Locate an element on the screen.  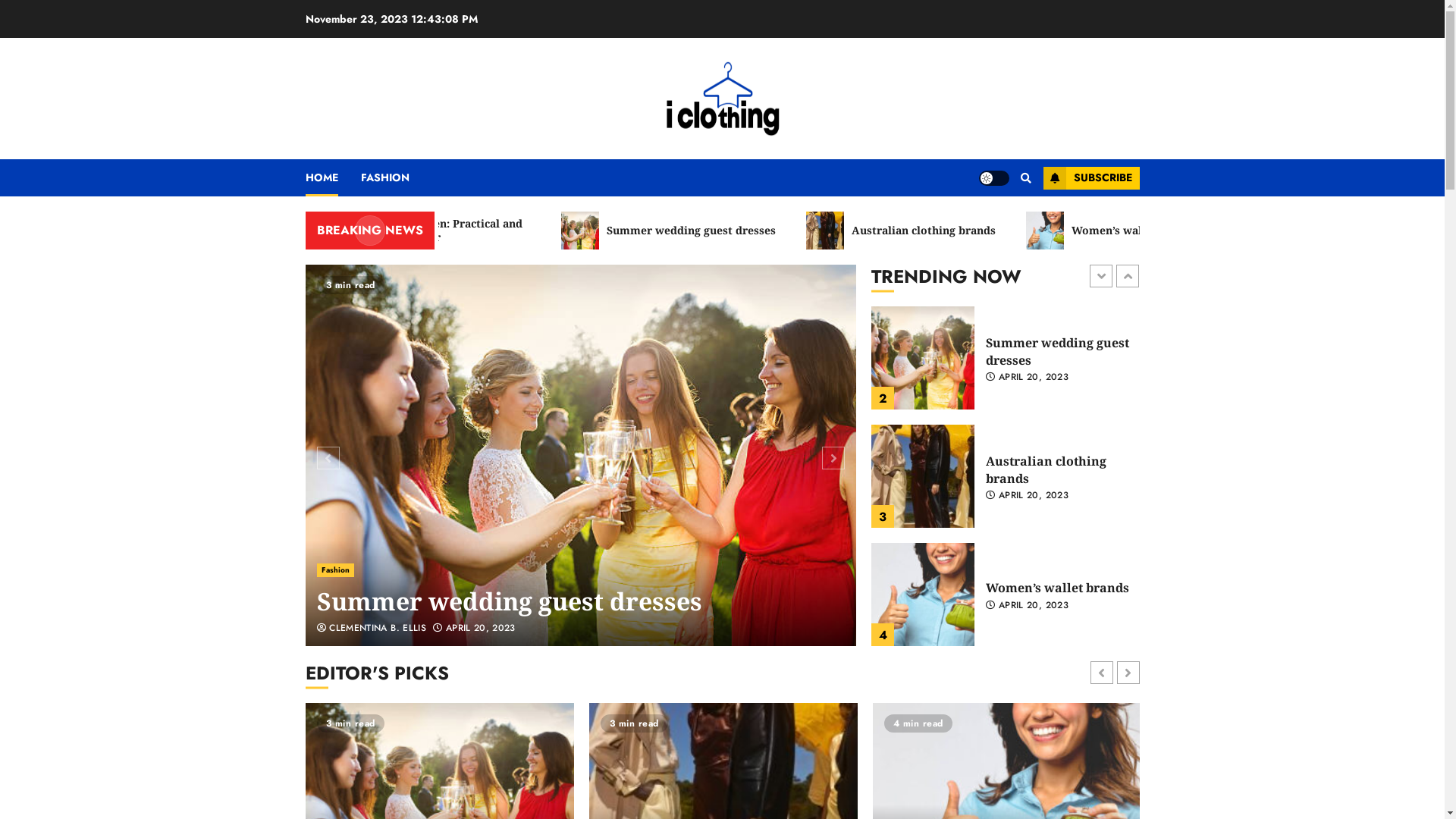
'Australian clothing brands' is located at coordinates (922, 593).